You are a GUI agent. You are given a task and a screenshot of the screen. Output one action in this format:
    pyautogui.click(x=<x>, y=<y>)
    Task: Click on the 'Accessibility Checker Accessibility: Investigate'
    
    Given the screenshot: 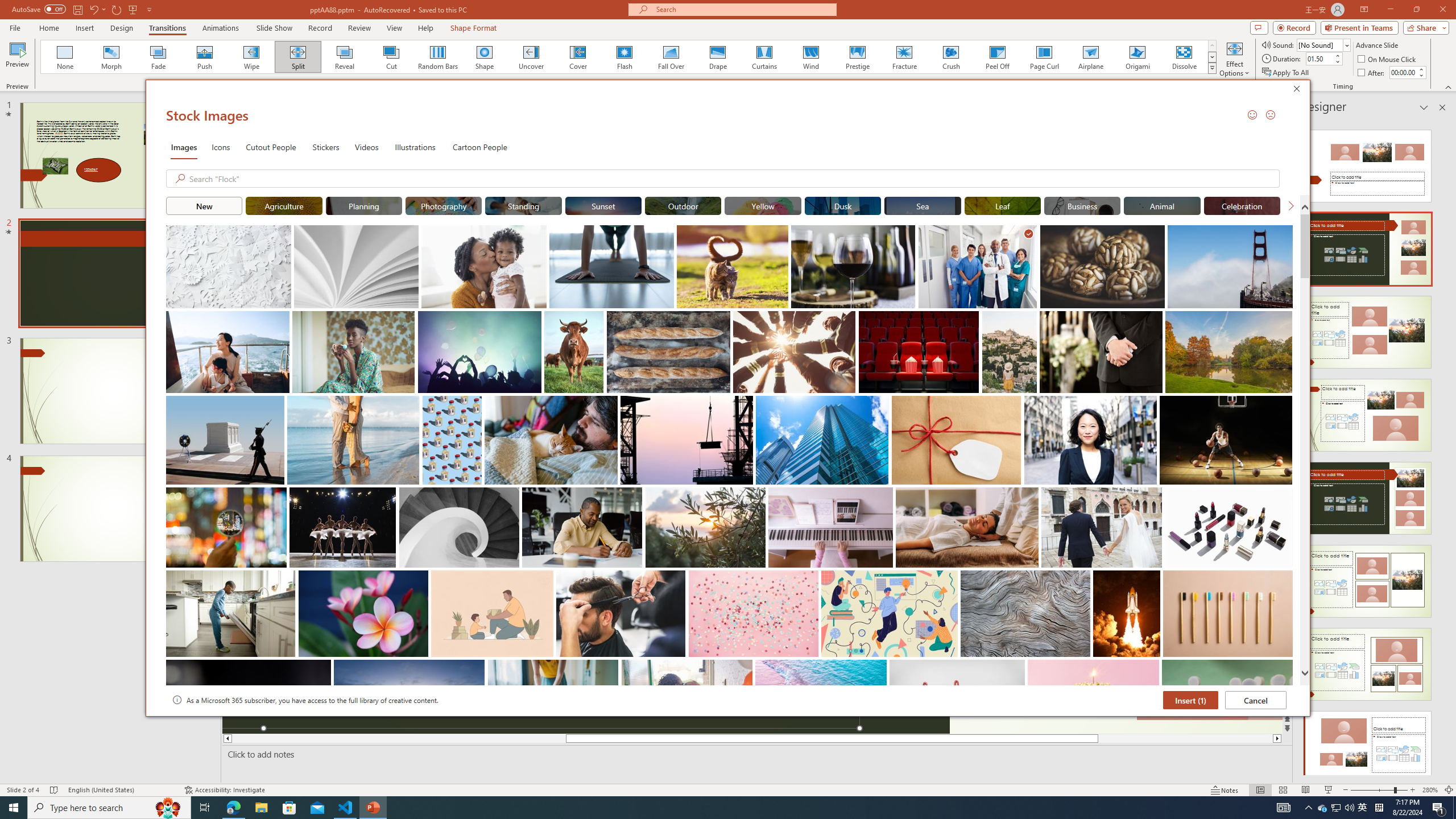 What is the action you would take?
    pyautogui.click(x=225, y=790)
    